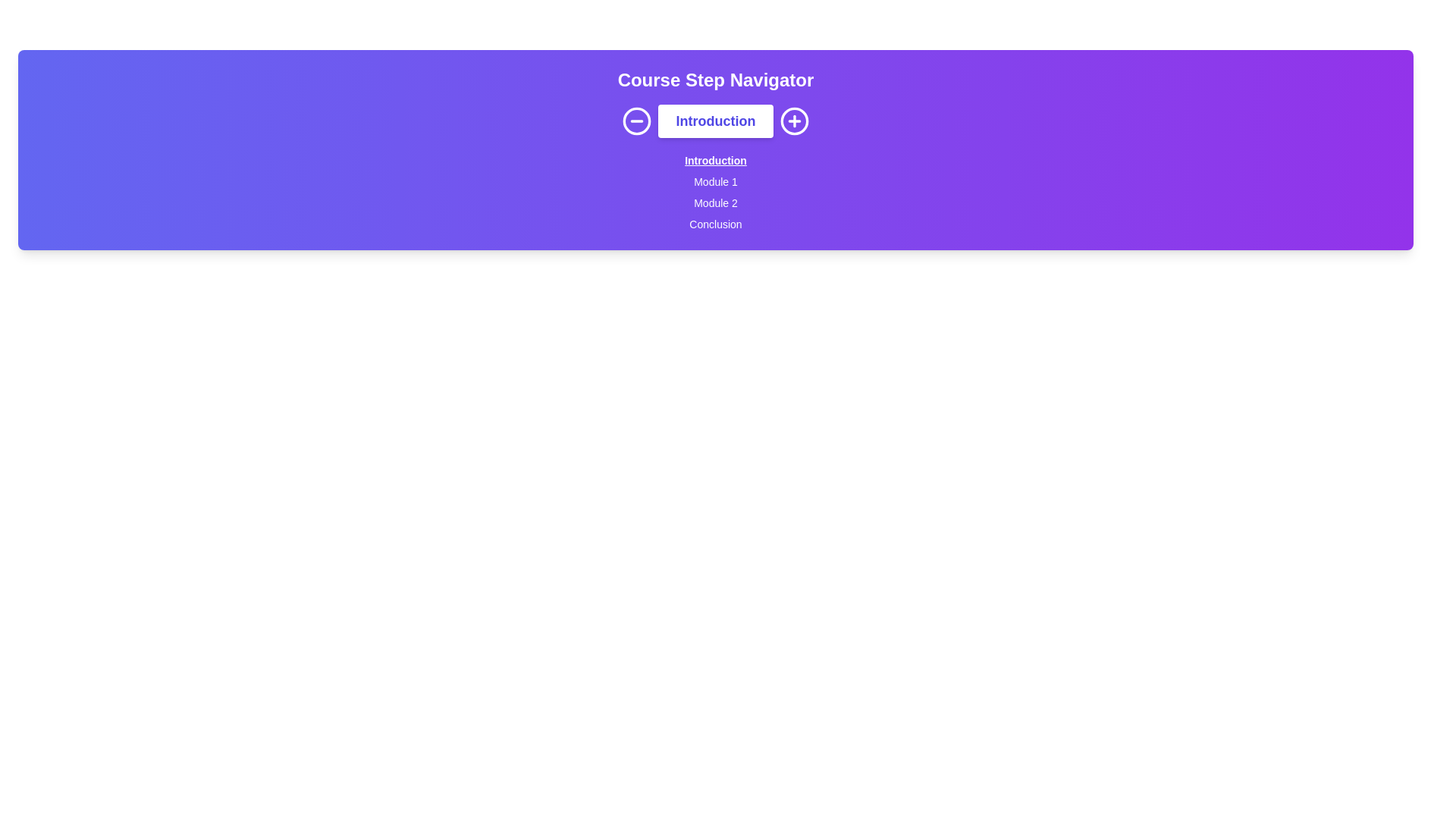  What do you see at coordinates (715, 221) in the screenshot?
I see `the 'Conclusion' text label, which is the last item in the navigation structure, positioned below 'Module 2'` at bounding box center [715, 221].